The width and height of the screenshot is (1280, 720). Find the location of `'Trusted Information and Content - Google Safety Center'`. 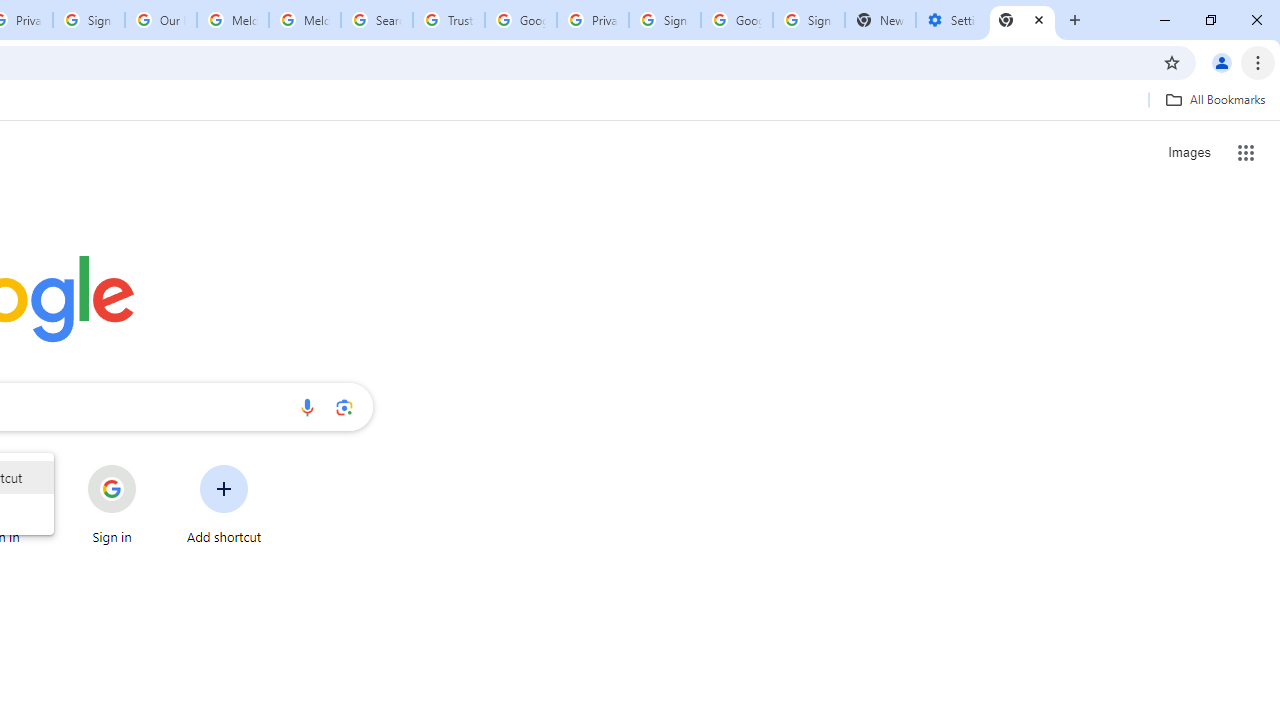

'Trusted Information and Content - Google Safety Center' is located at coordinates (448, 20).